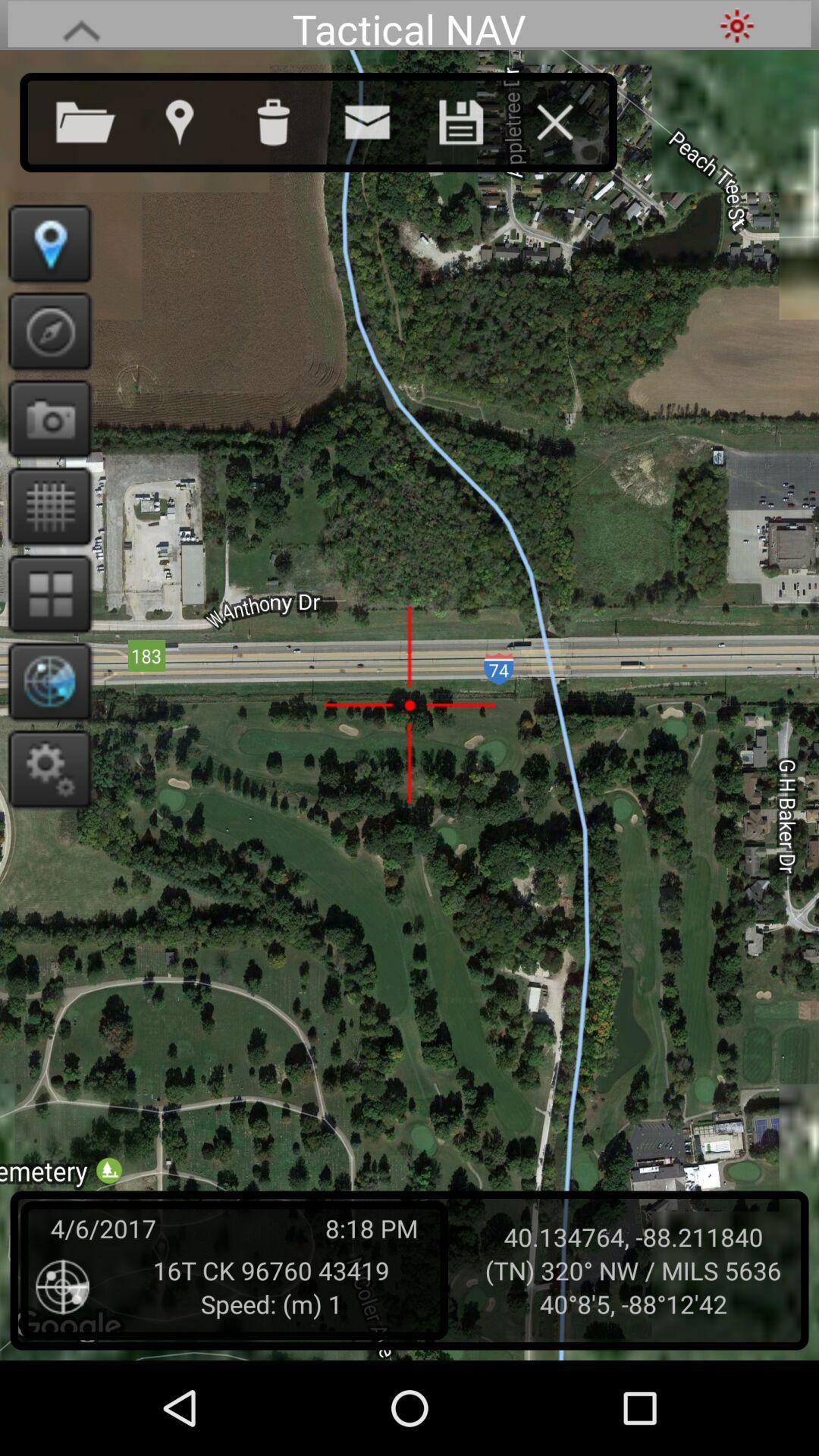 This screenshot has width=819, height=1456. What do you see at coordinates (475, 118) in the screenshot?
I see `location` at bounding box center [475, 118].